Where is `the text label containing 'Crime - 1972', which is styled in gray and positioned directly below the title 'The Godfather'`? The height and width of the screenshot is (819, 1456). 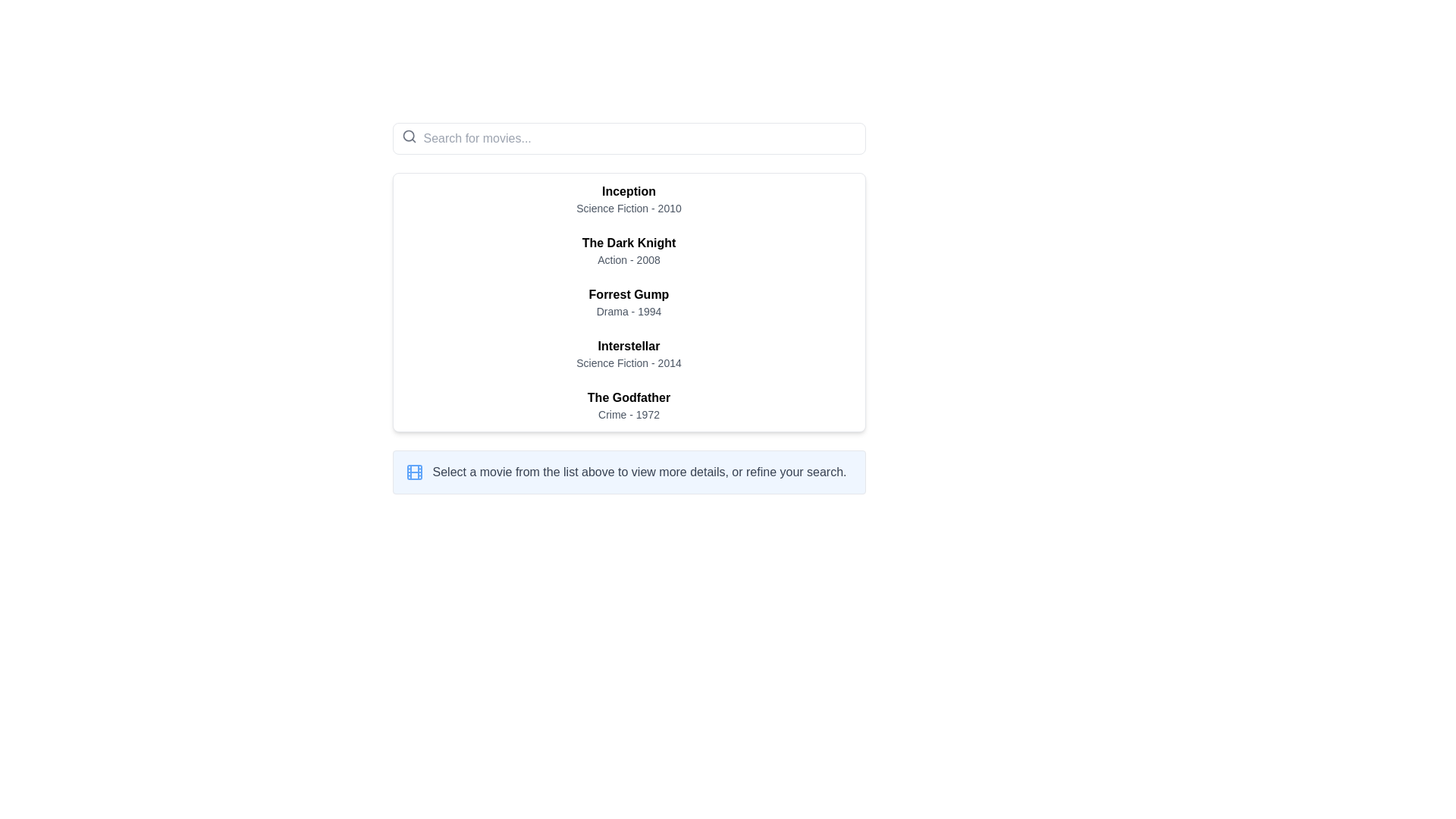 the text label containing 'Crime - 1972', which is styled in gray and positioned directly below the title 'The Godfather' is located at coordinates (629, 415).